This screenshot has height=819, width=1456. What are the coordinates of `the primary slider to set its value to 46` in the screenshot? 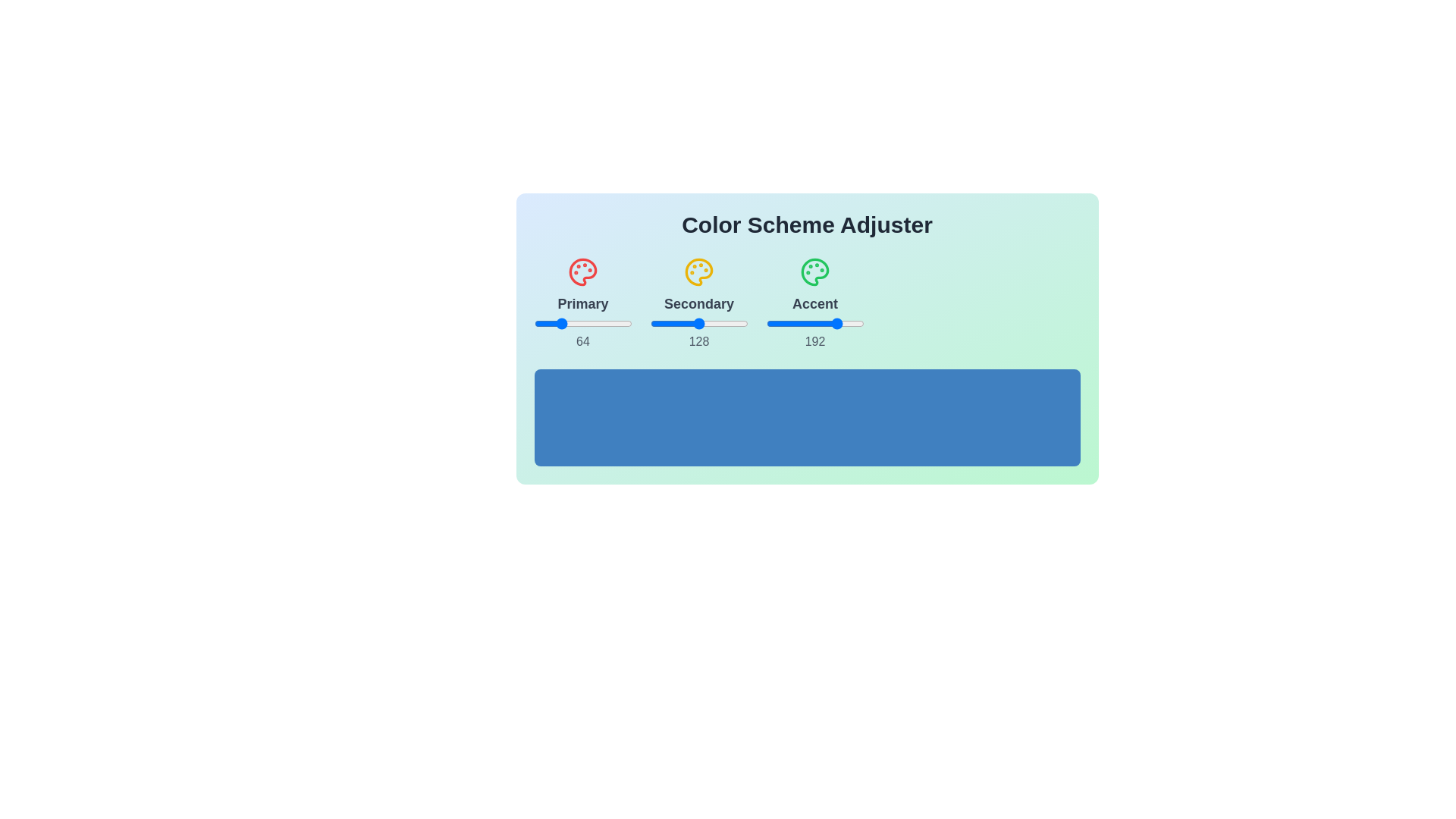 It's located at (551, 323).